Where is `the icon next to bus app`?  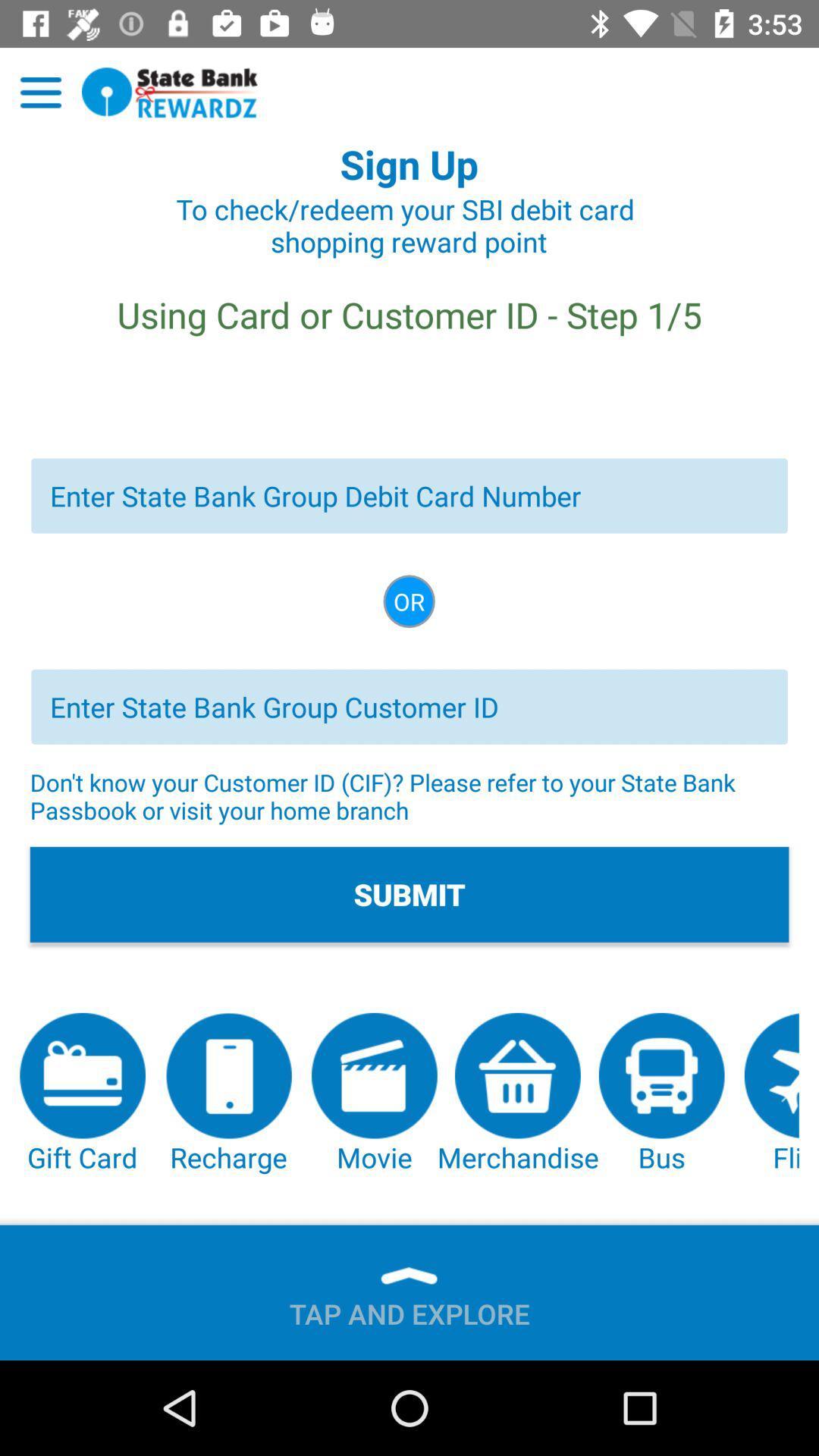 the icon next to bus app is located at coordinates (771, 1094).